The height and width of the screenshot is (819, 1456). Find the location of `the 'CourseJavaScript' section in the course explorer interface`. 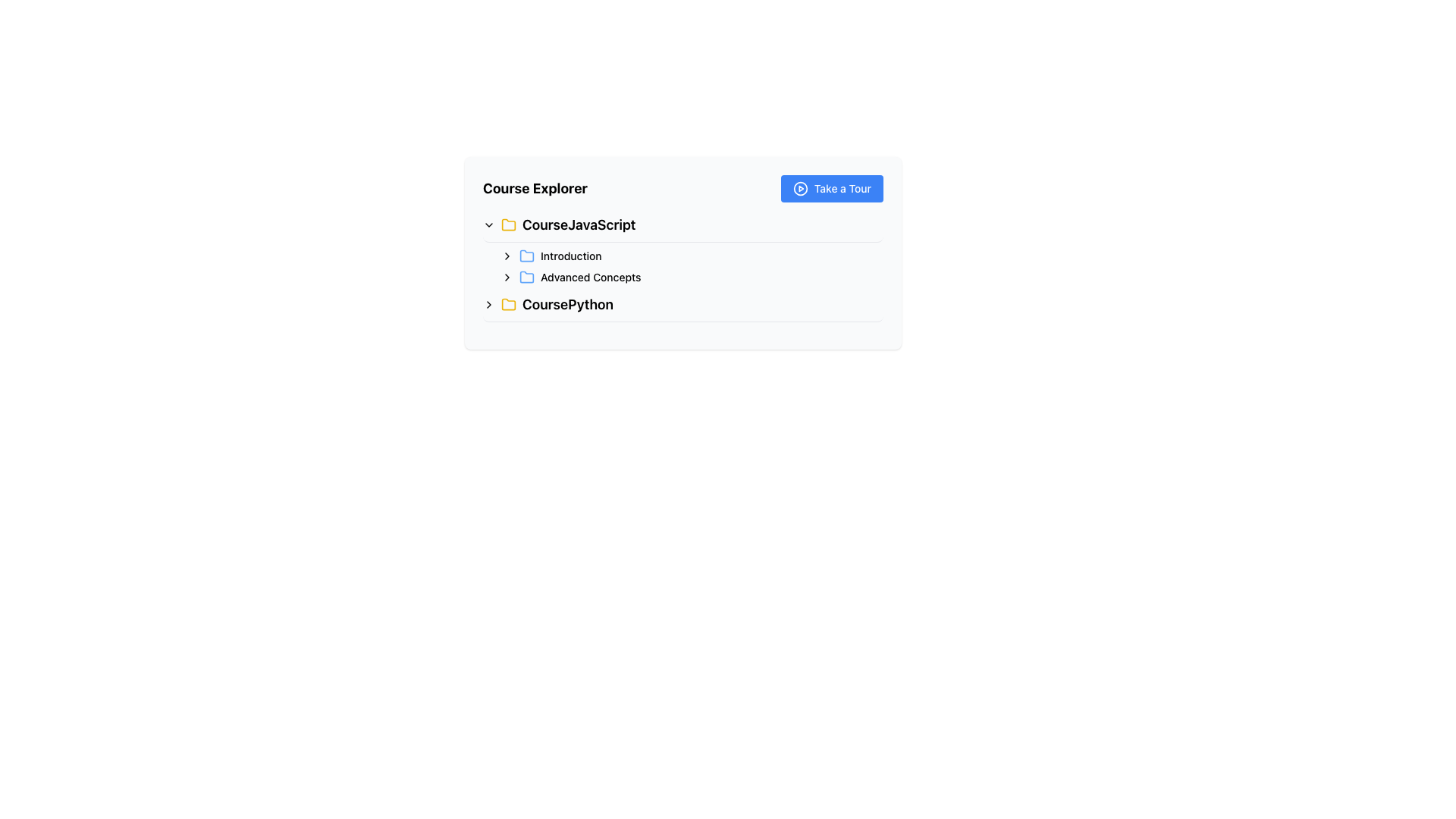

the 'CourseJavaScript' section in the course explorer interface is located at coordinates (682, 248).